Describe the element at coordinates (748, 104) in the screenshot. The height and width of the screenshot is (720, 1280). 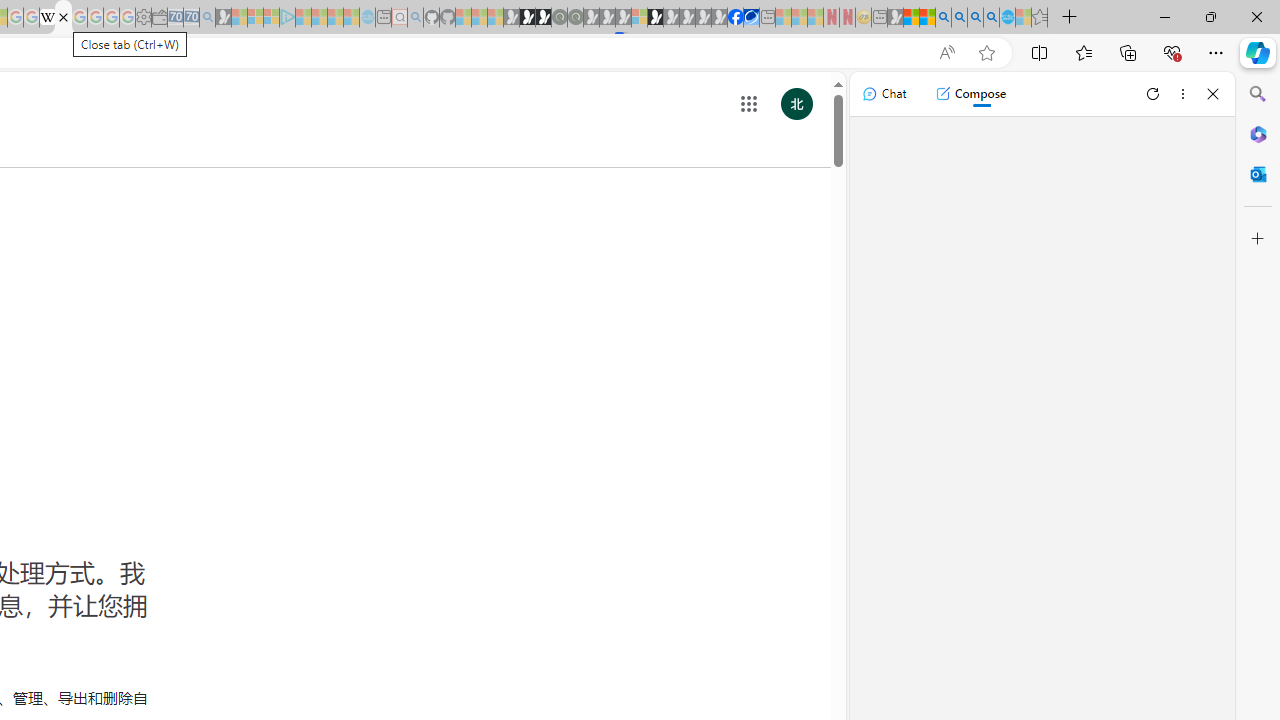
I see `'Class: gb_E'` at that location.